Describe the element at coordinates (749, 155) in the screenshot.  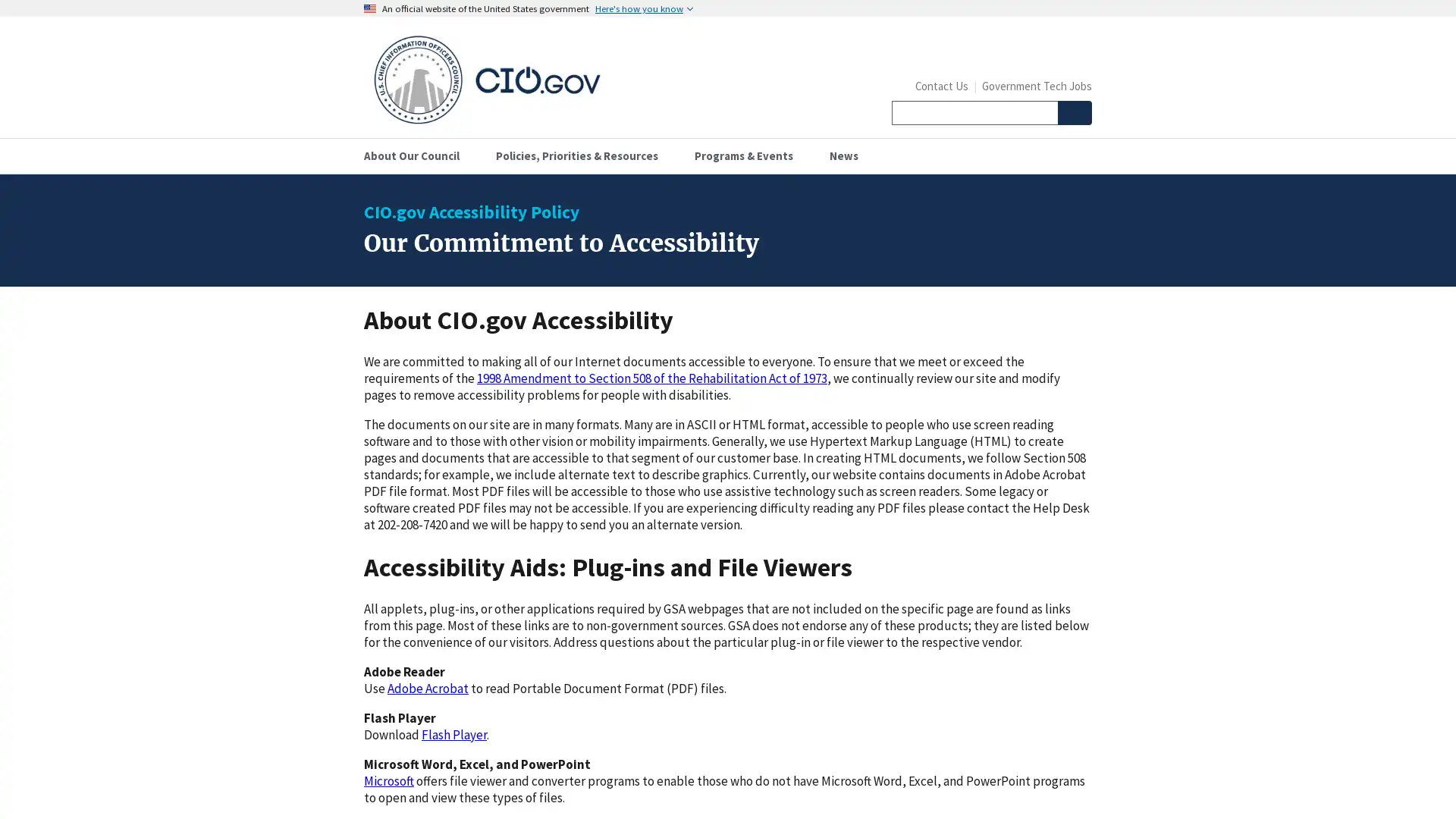
I see `Programs & Events` at that location.